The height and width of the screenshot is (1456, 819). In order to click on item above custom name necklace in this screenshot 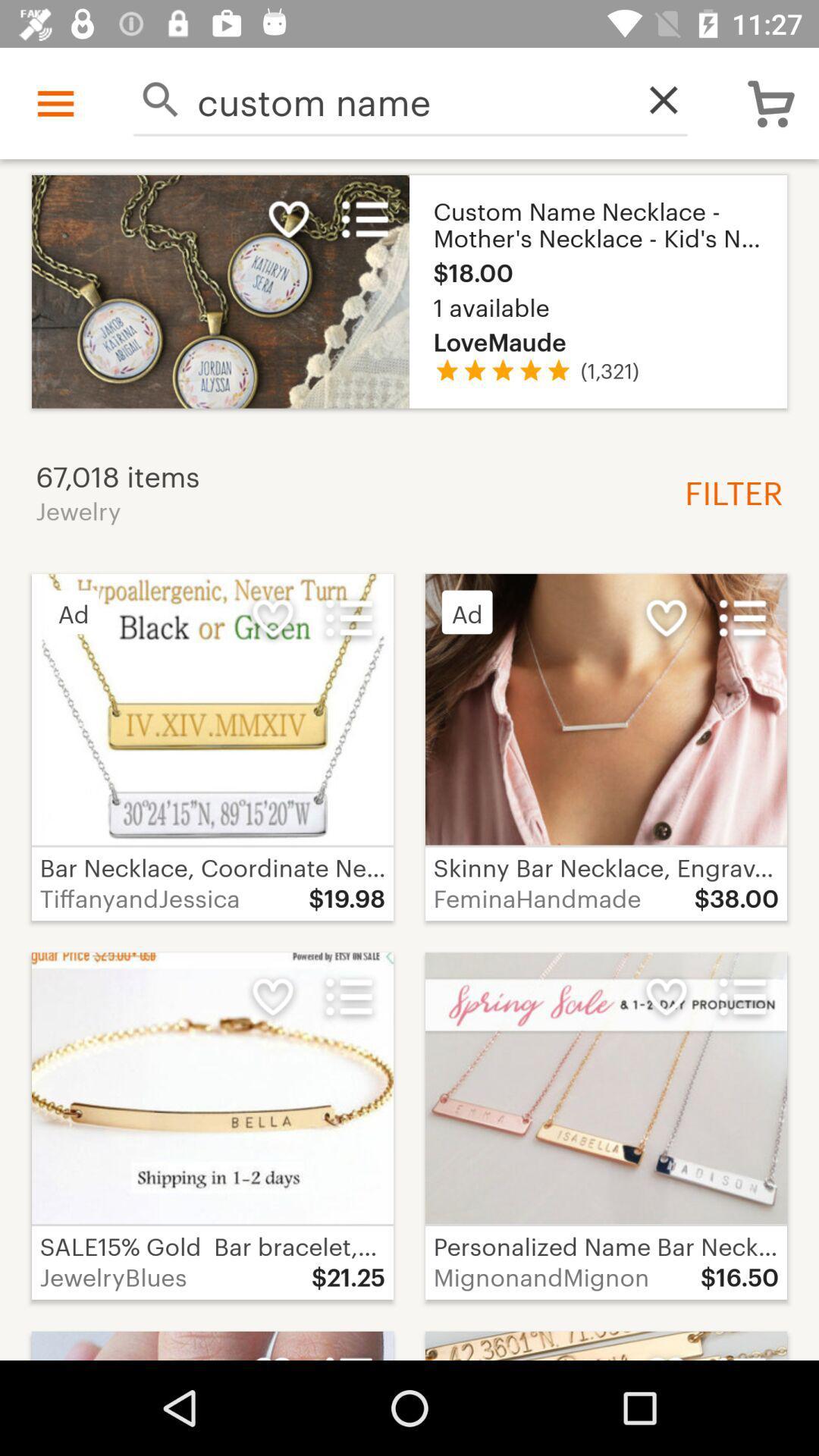, I will do `click(654, 99)`.